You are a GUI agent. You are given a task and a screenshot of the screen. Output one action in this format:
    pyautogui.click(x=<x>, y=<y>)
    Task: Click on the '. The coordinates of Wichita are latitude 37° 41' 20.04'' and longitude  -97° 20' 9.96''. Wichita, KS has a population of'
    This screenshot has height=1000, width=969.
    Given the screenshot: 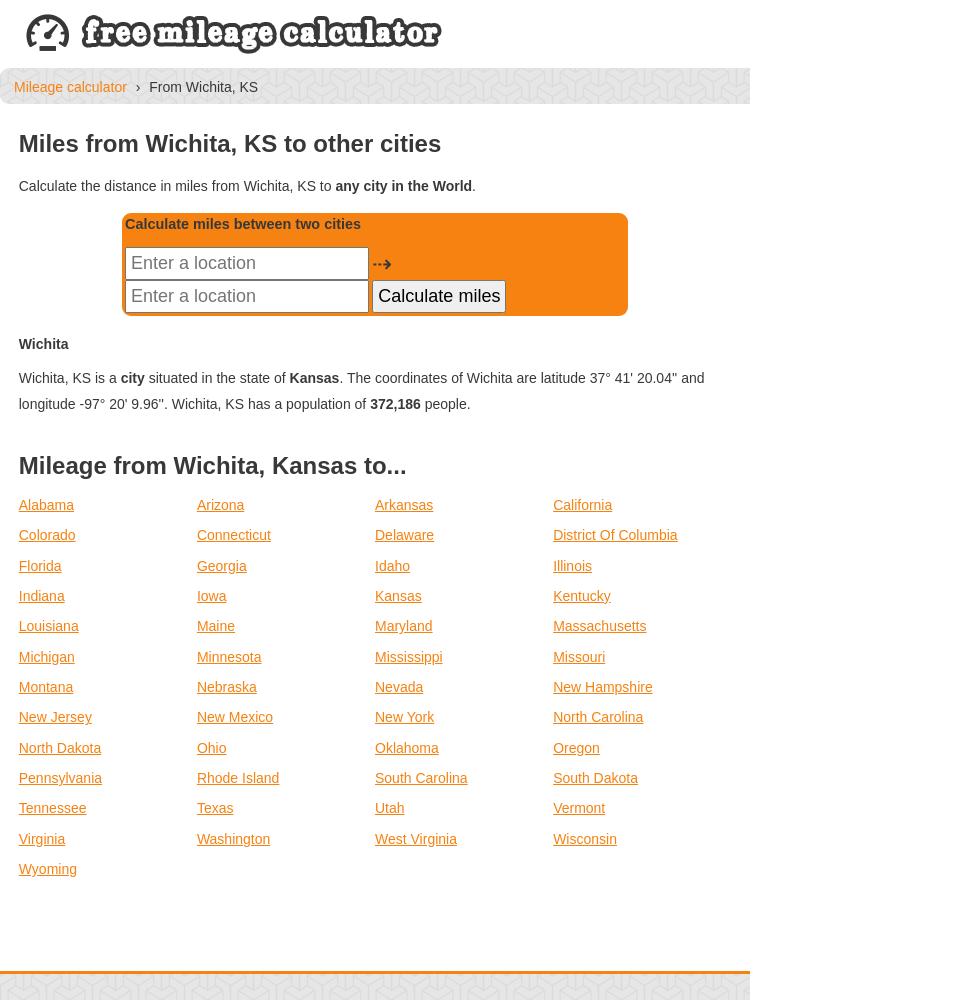 What is the action you would take?
    pyautogui.click(x=360, y=390)
    